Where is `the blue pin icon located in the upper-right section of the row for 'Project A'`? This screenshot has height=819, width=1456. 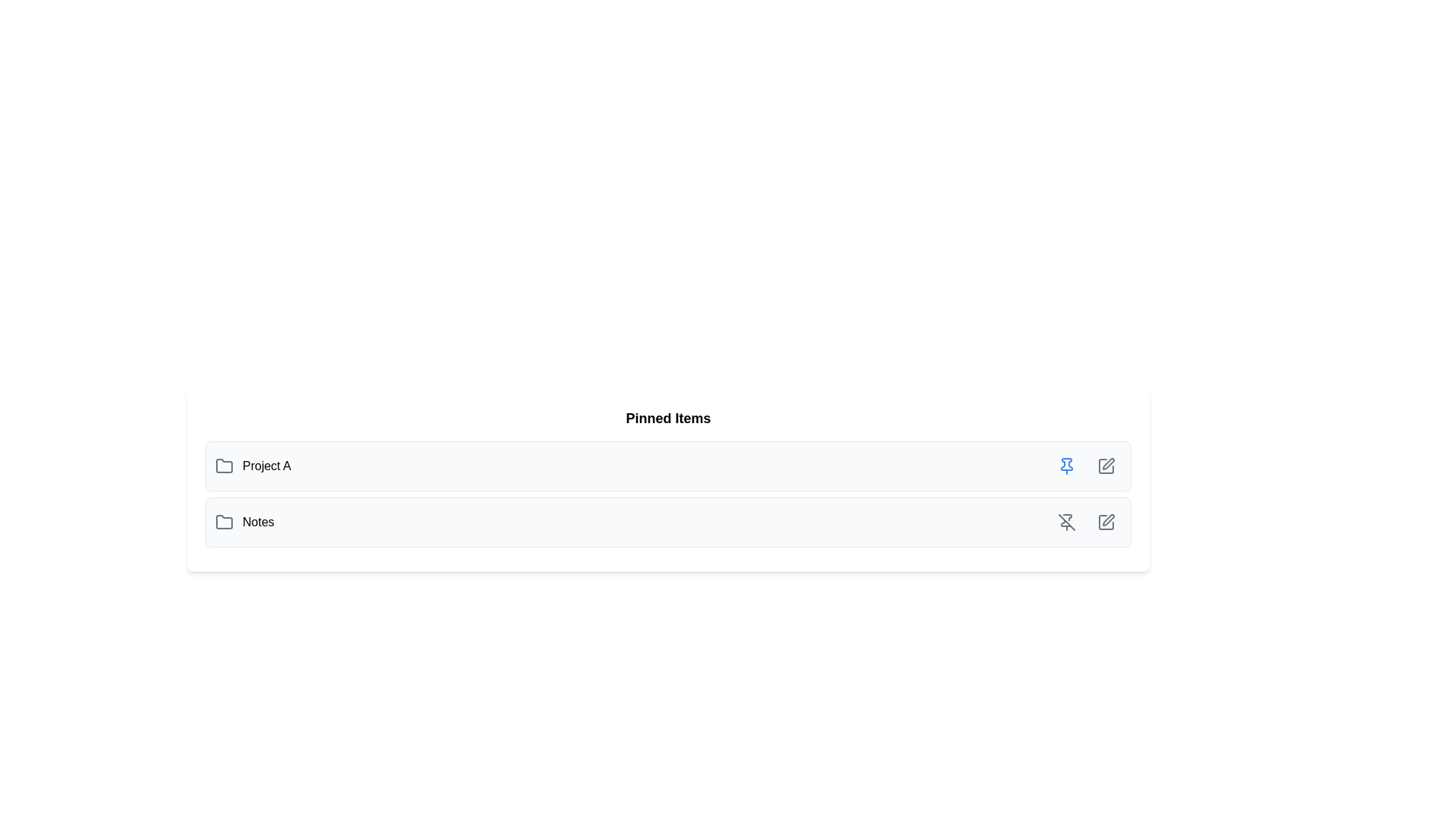 the blue pin icon located in the upper-right section of the row for 'Project A' is located at coordinates (1065, 463).